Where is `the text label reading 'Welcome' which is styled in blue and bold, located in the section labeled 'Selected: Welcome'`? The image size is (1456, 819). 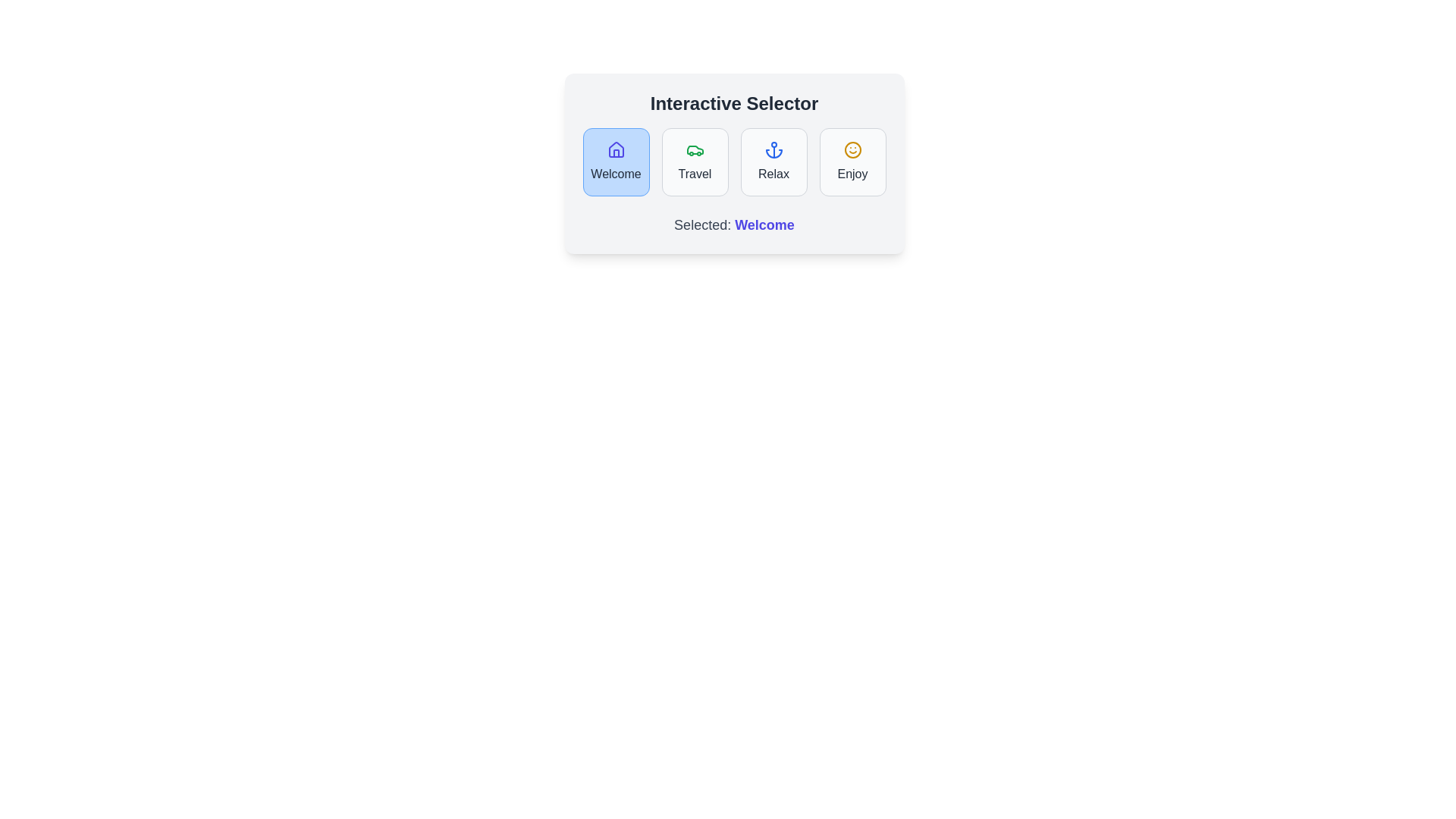
the text label reading 'Welcome' which is styled in blue and bold, located in the section labeled 'Selected: Welcome' is located at coordinates (764, 225).